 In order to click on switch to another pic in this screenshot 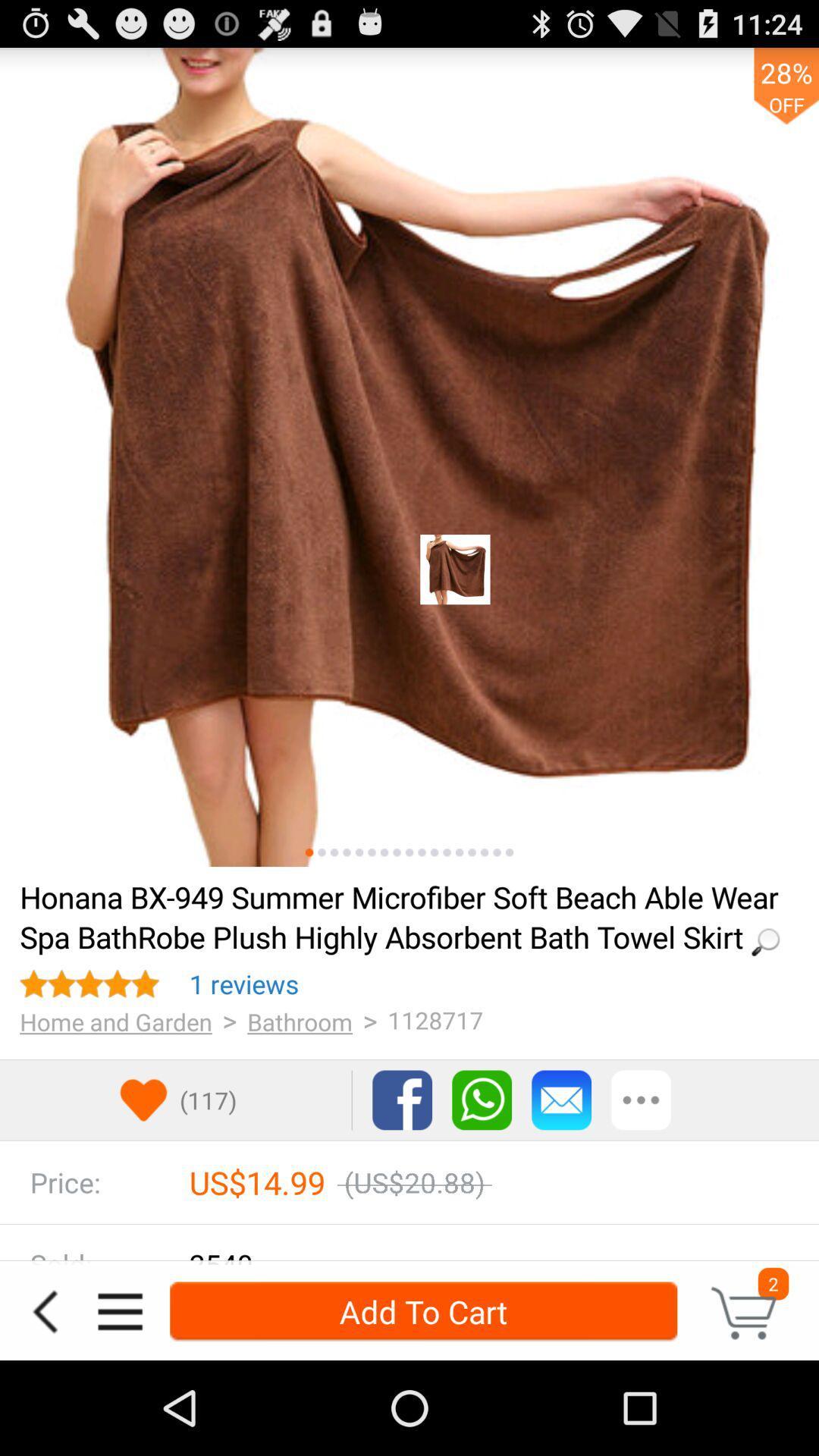, I will do `click(485, 852)`.